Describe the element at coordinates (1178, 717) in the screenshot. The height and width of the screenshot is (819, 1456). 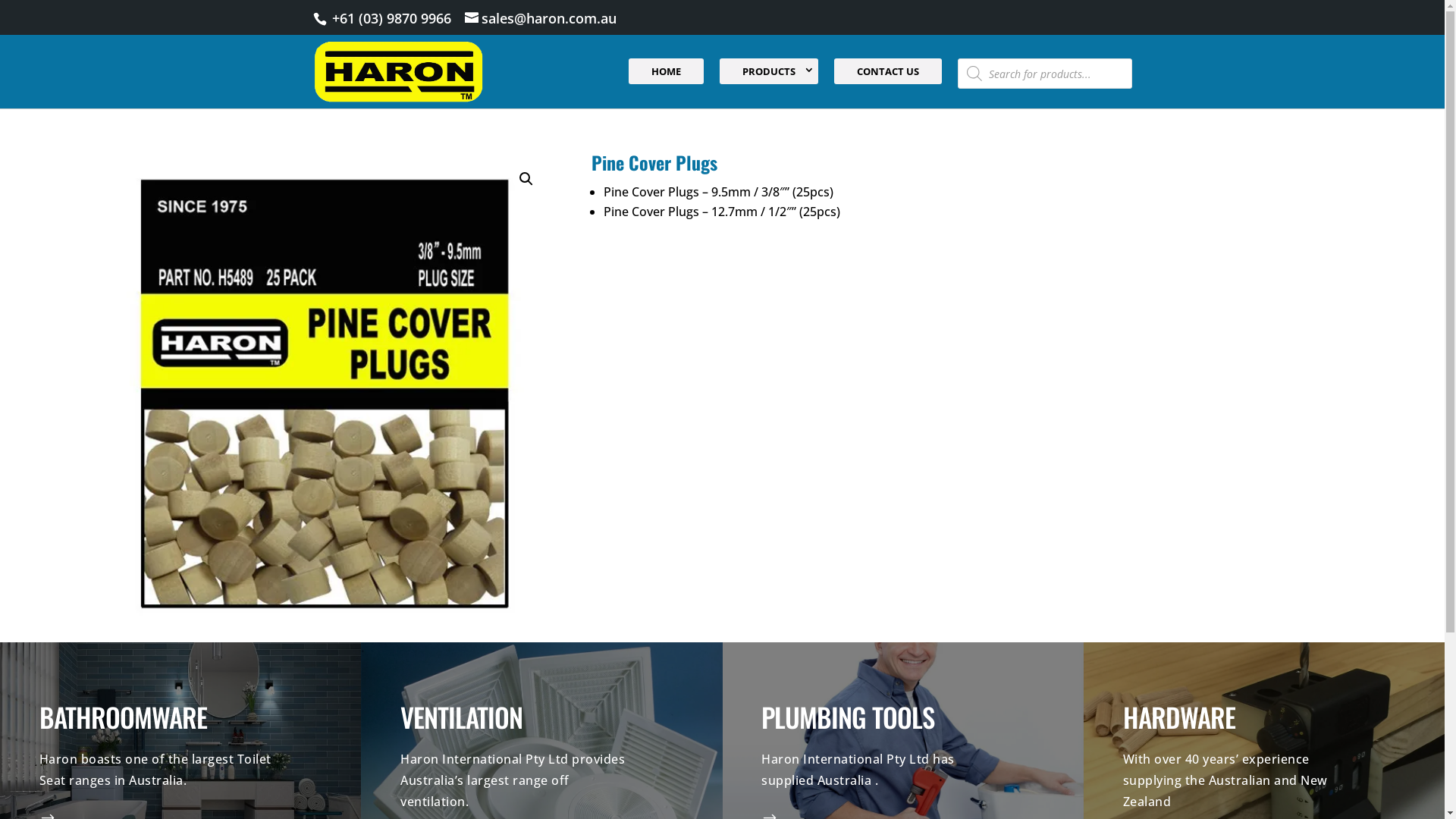
I see `'HARDWARE'` at that location.